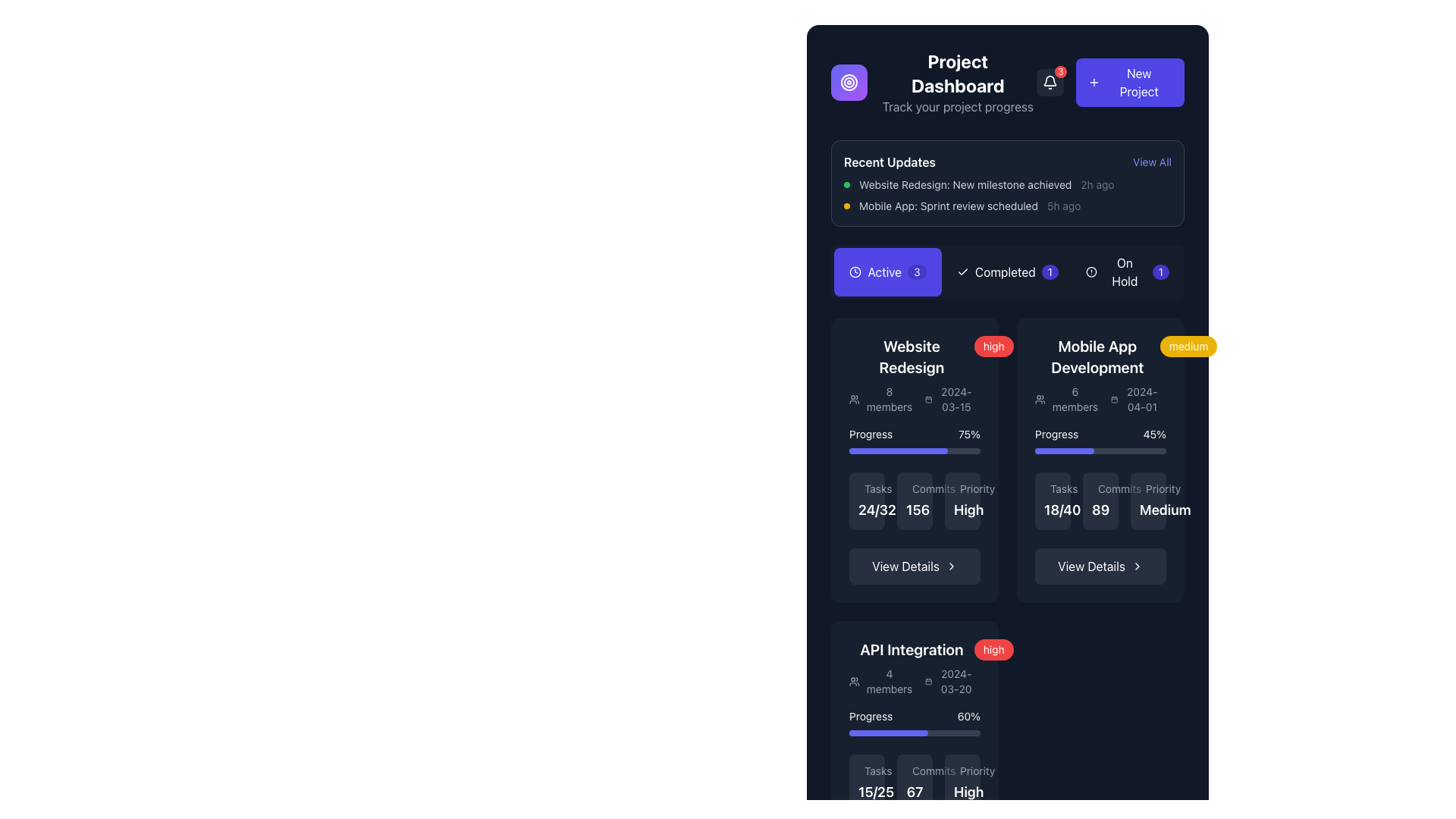 This screenshot has height=819, width=1456. I want to click on the text element displaying 'Website Redesign: New milestone achieved' in the 'Recent Updates' section, so click(965, 184).